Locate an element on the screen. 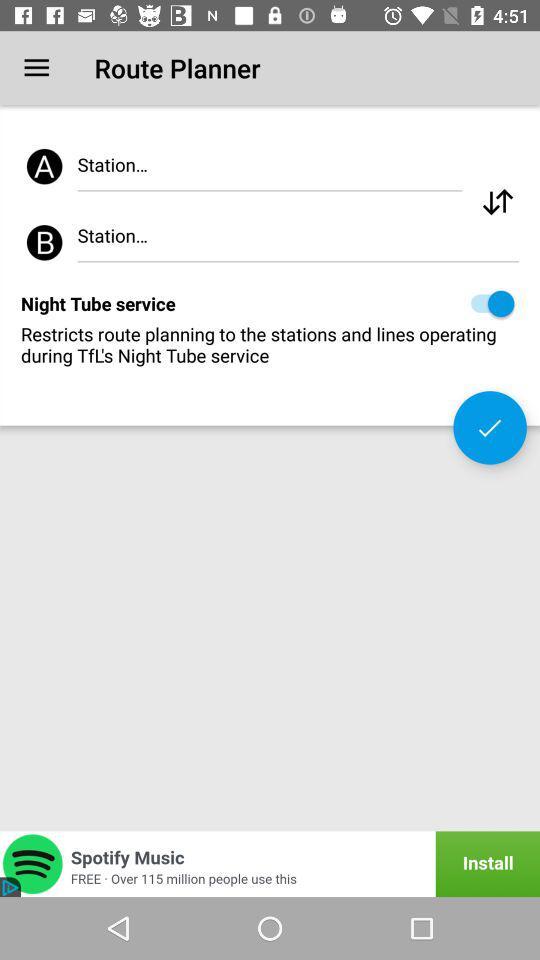 The height and width of the screenshot is (960, 540). approve is located at coordinates (489, 427).